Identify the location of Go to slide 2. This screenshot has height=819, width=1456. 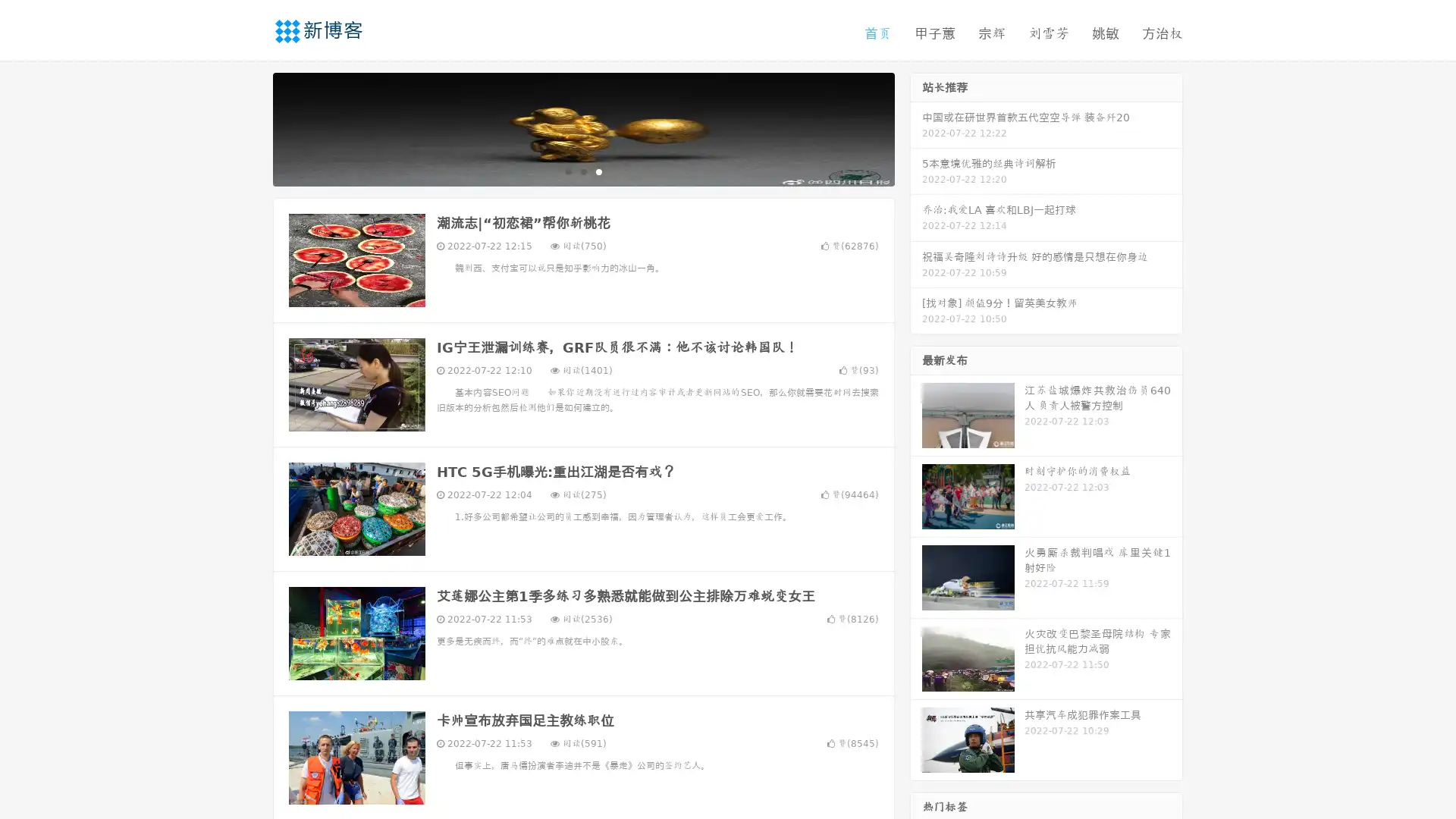
(582, 171).